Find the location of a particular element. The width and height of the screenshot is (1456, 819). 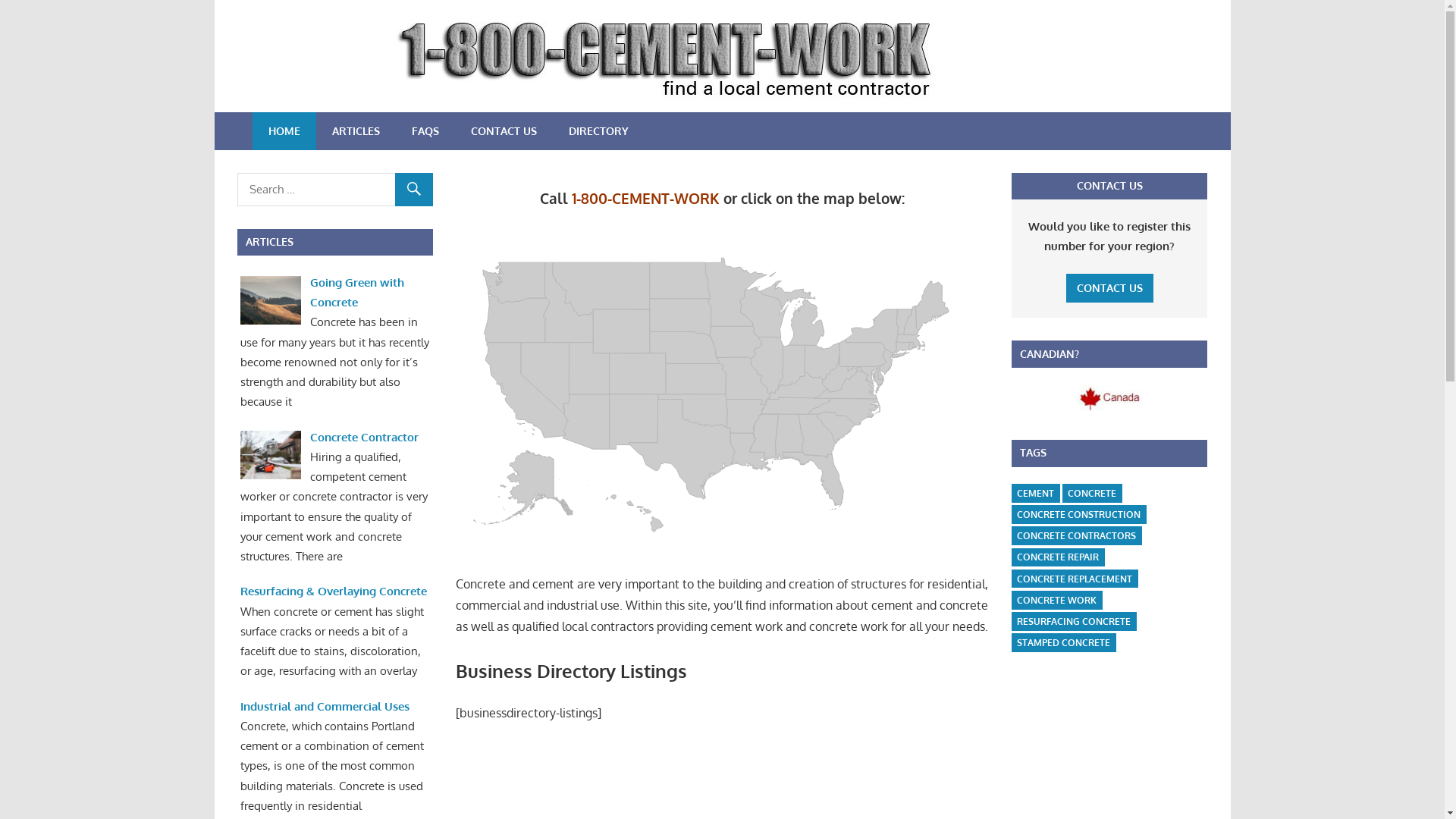

'CEMENT' is located at coordinates (1034, 493).